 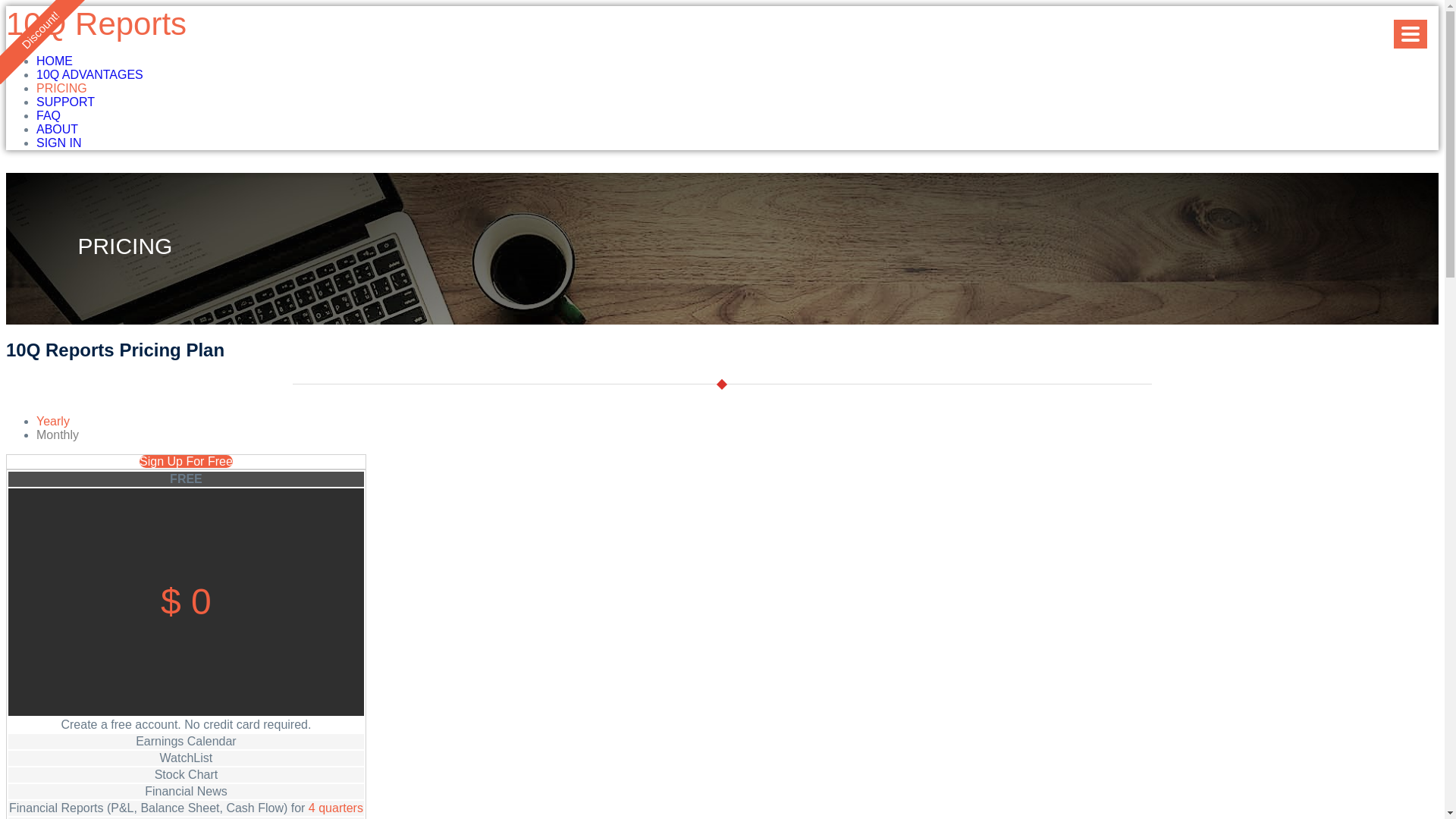 What do you see at coordinates (57, 128) in the screenshot?
I see `'ABOUT'` at bounding box center [57, 128].